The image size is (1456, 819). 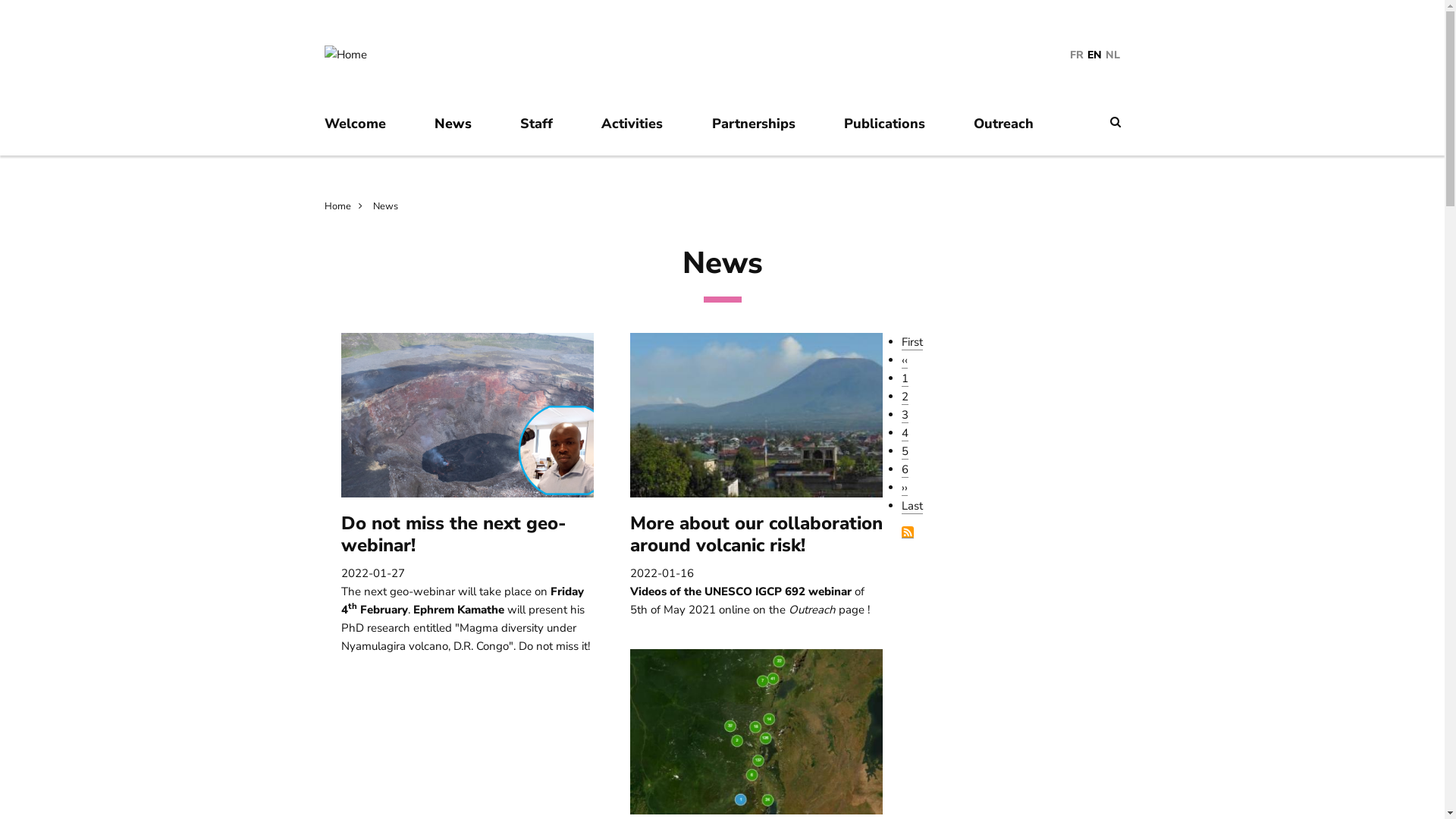 I want to click on 'Partnerships', so click(x=761, y=131).